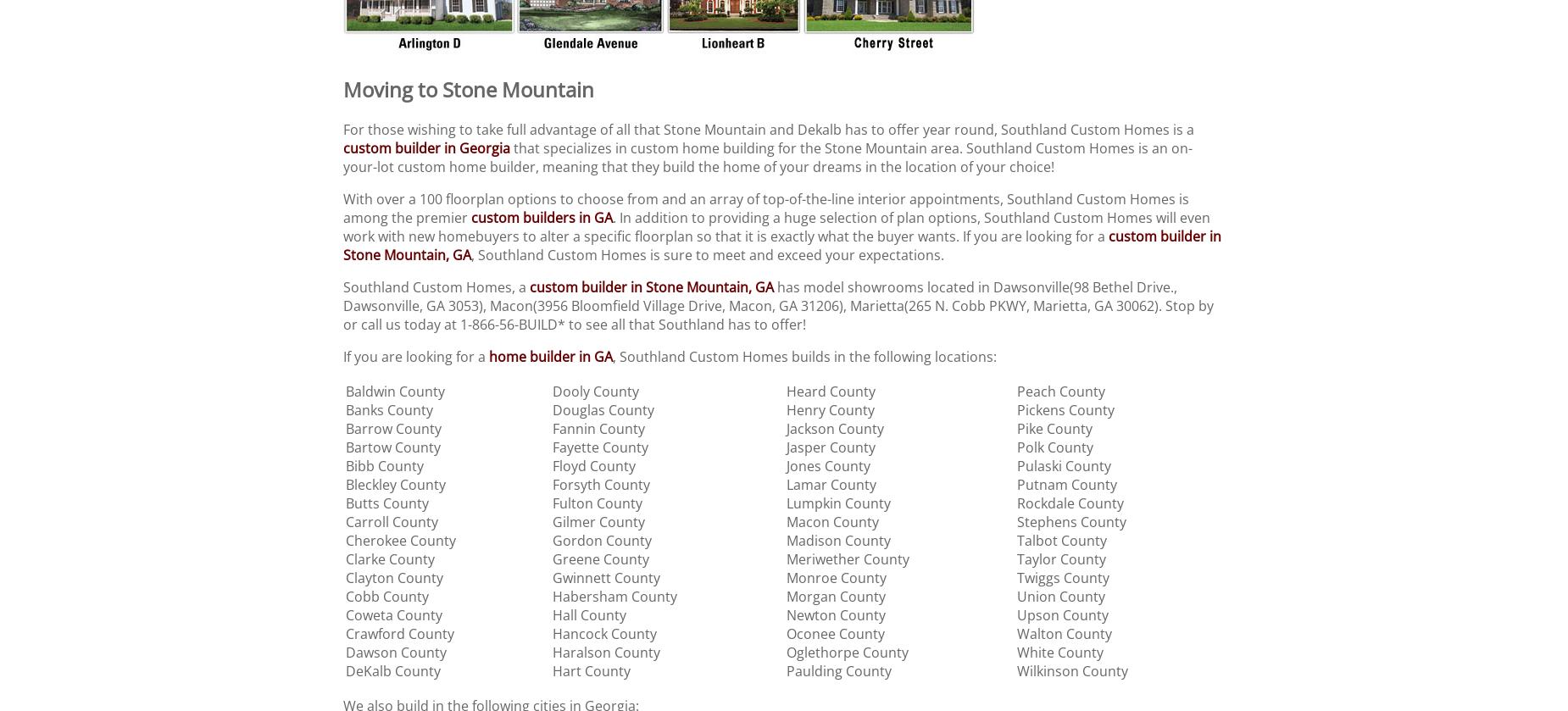 The height and width of the screenshot is (711, 1568). I want to click on 'home builder in GA', so click(551, 356).